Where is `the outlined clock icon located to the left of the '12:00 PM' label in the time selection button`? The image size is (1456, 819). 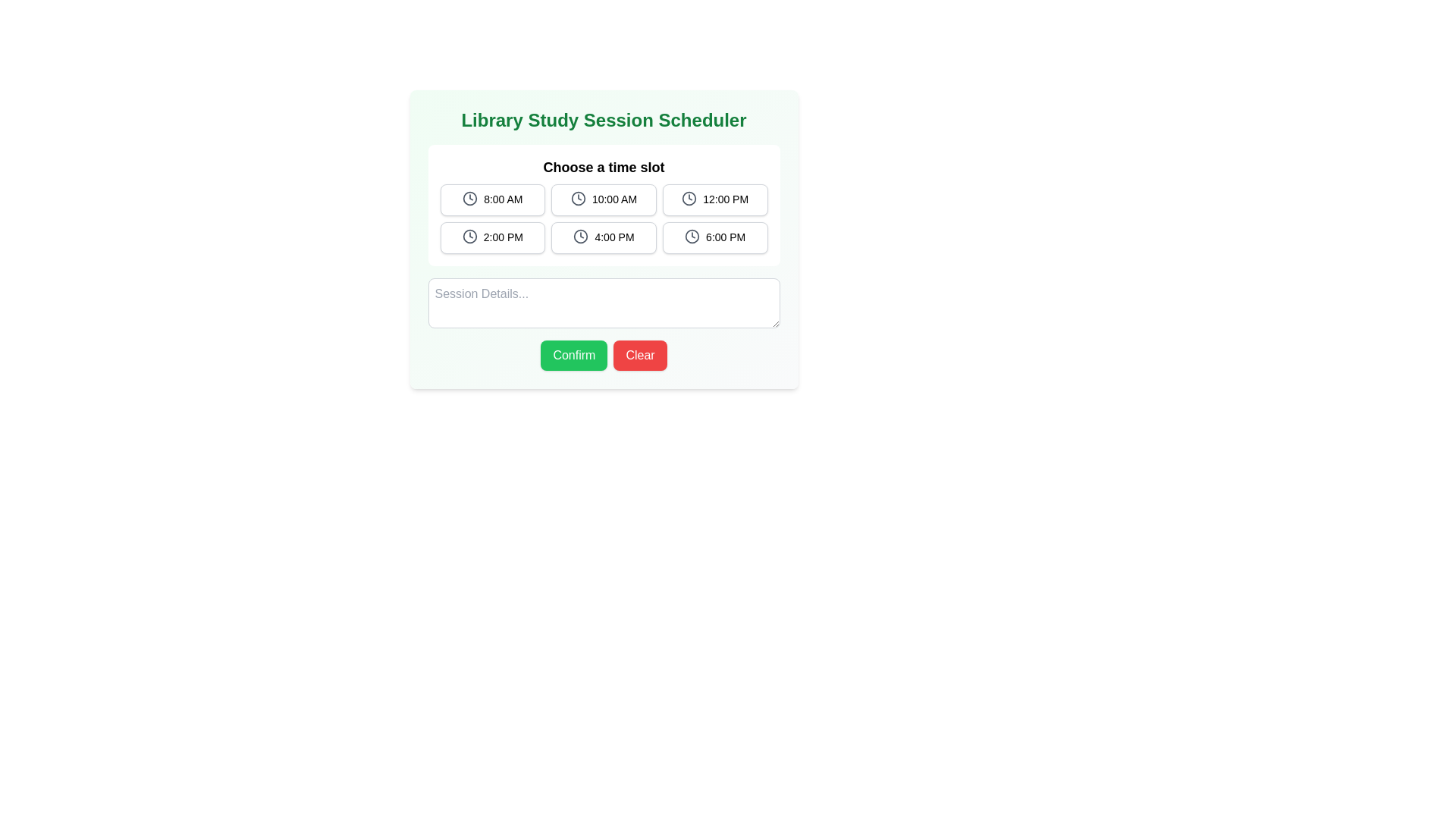
the outlined clock icon located to the left of the '12:00 PM' label in the time selection button is located at coordinates (689, 198).